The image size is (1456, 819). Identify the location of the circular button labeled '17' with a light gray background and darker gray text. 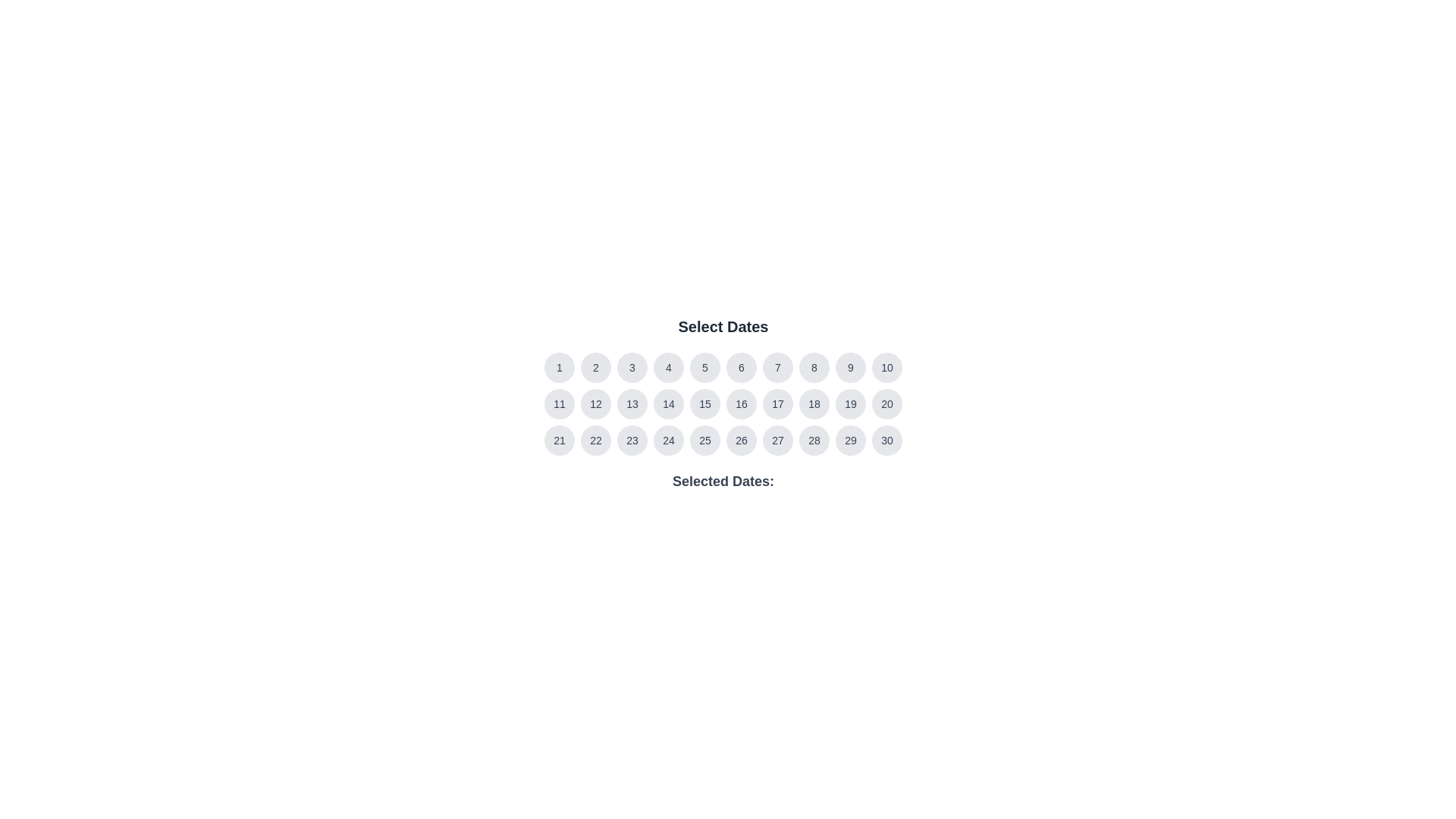
(778, 403).